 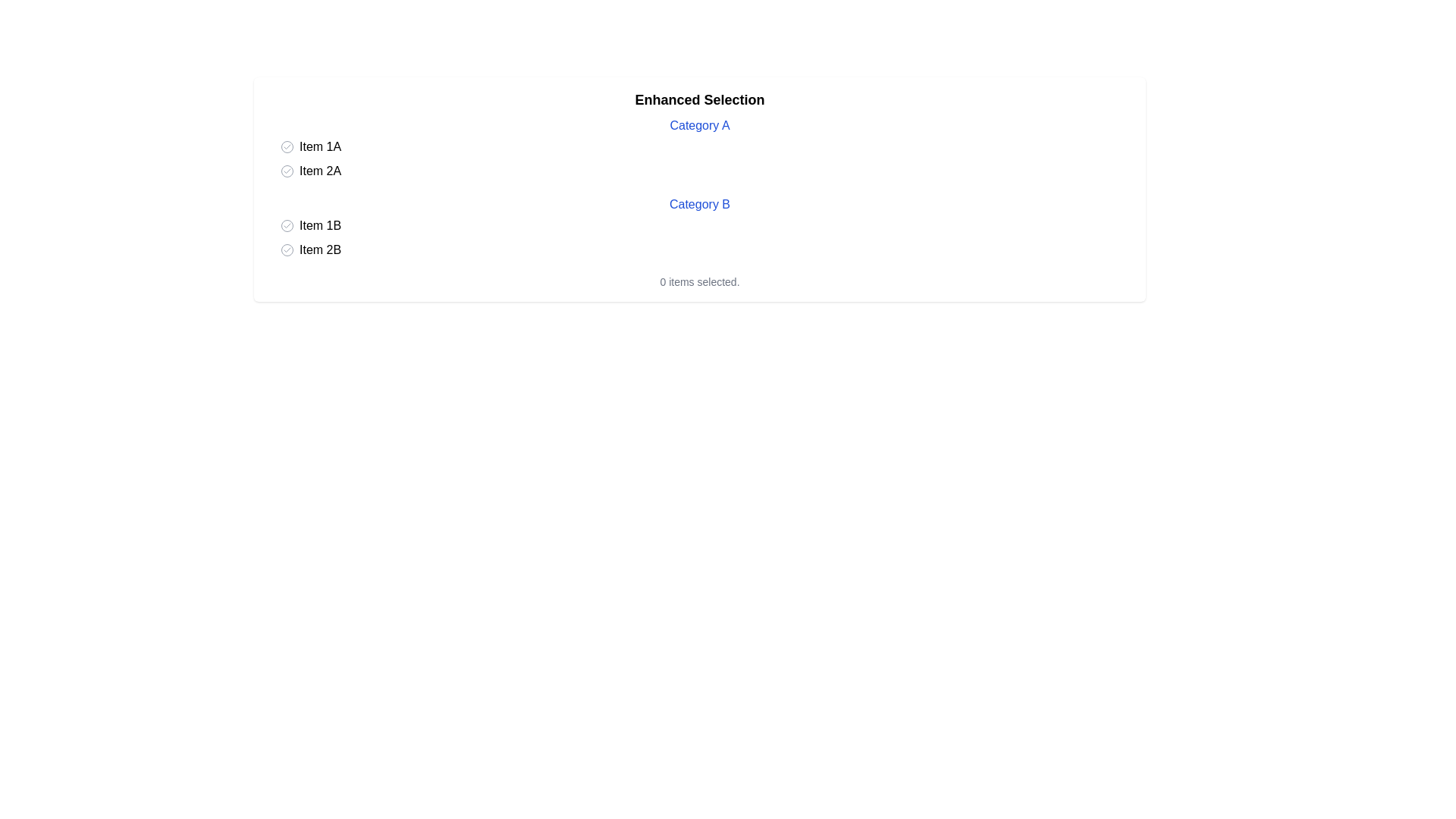 What do you see at coordinates (698, 99) in the screenshot?
I see `the text label 'Enhanced Selection' displayed in bold and large font at the top center of the card layout` at bounding box center [698, 99].